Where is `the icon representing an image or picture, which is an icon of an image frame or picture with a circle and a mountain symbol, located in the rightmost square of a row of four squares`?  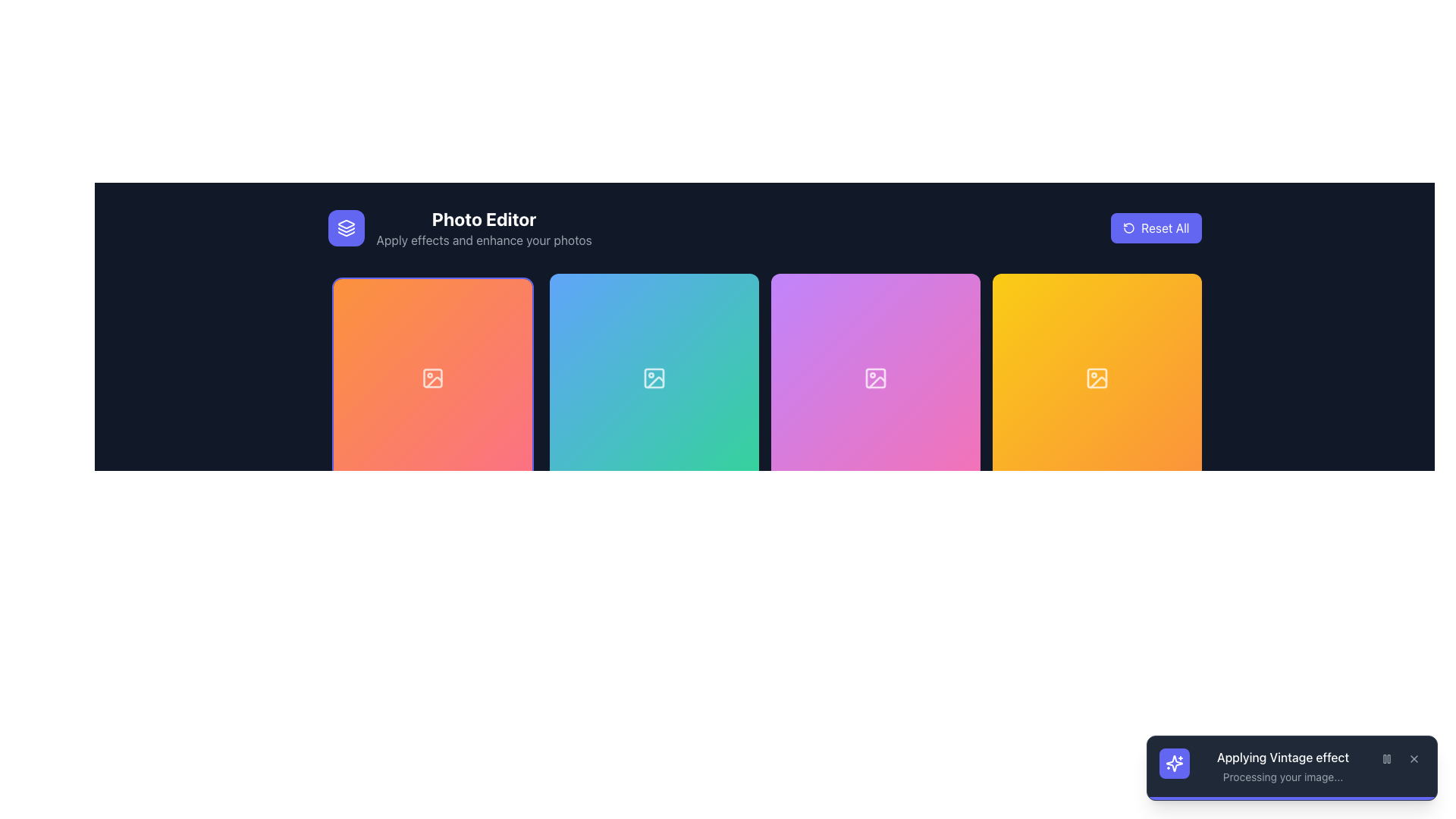
the icon representing an image or picture, which is an icon of an image frame or picture with a circle and a mountain symbol, located in the rightmost square of a row of four squares is located at coordinates (1097, 377).